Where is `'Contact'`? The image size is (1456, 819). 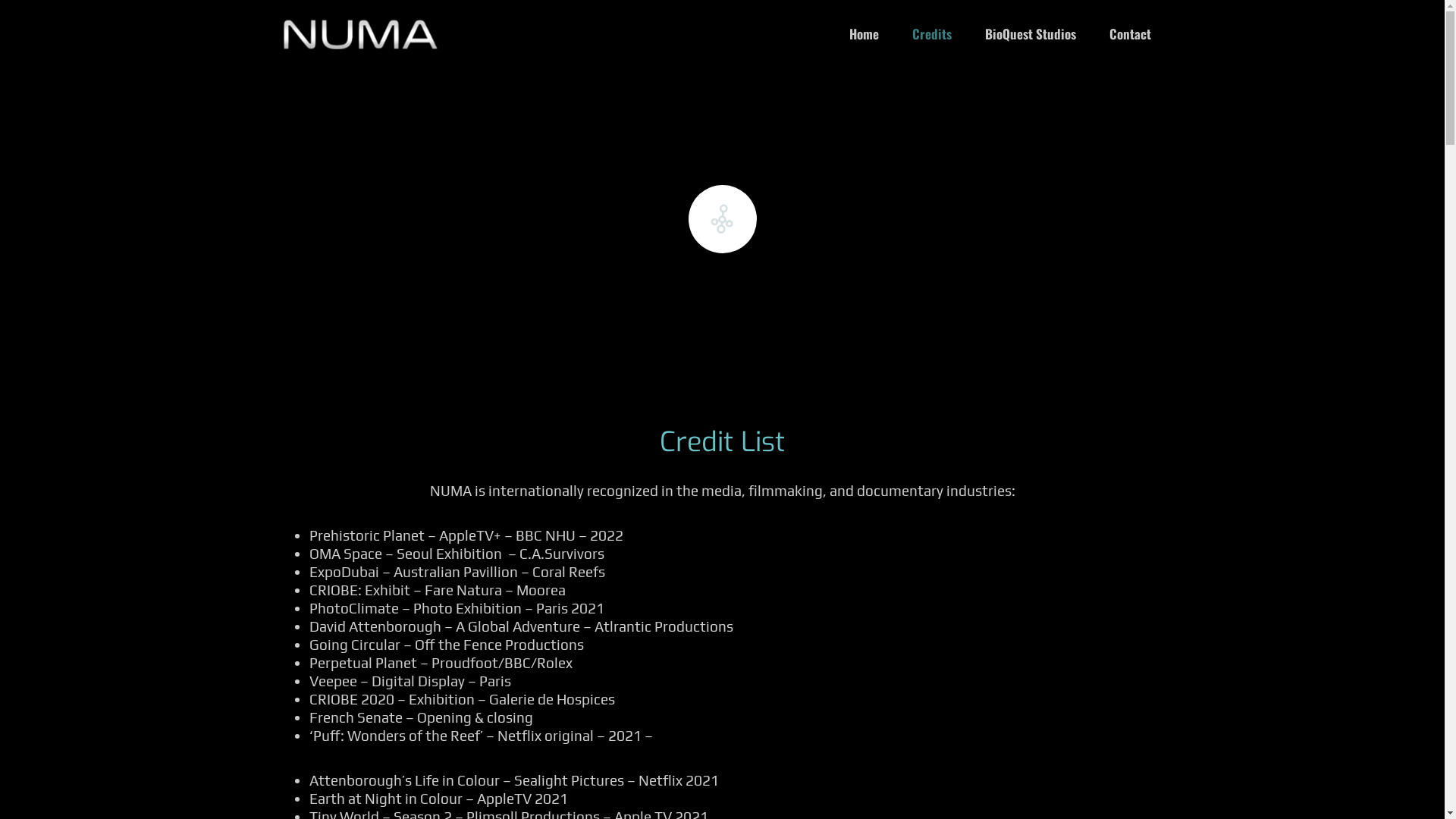 'Contact' is located at coordinates (1129, 33).